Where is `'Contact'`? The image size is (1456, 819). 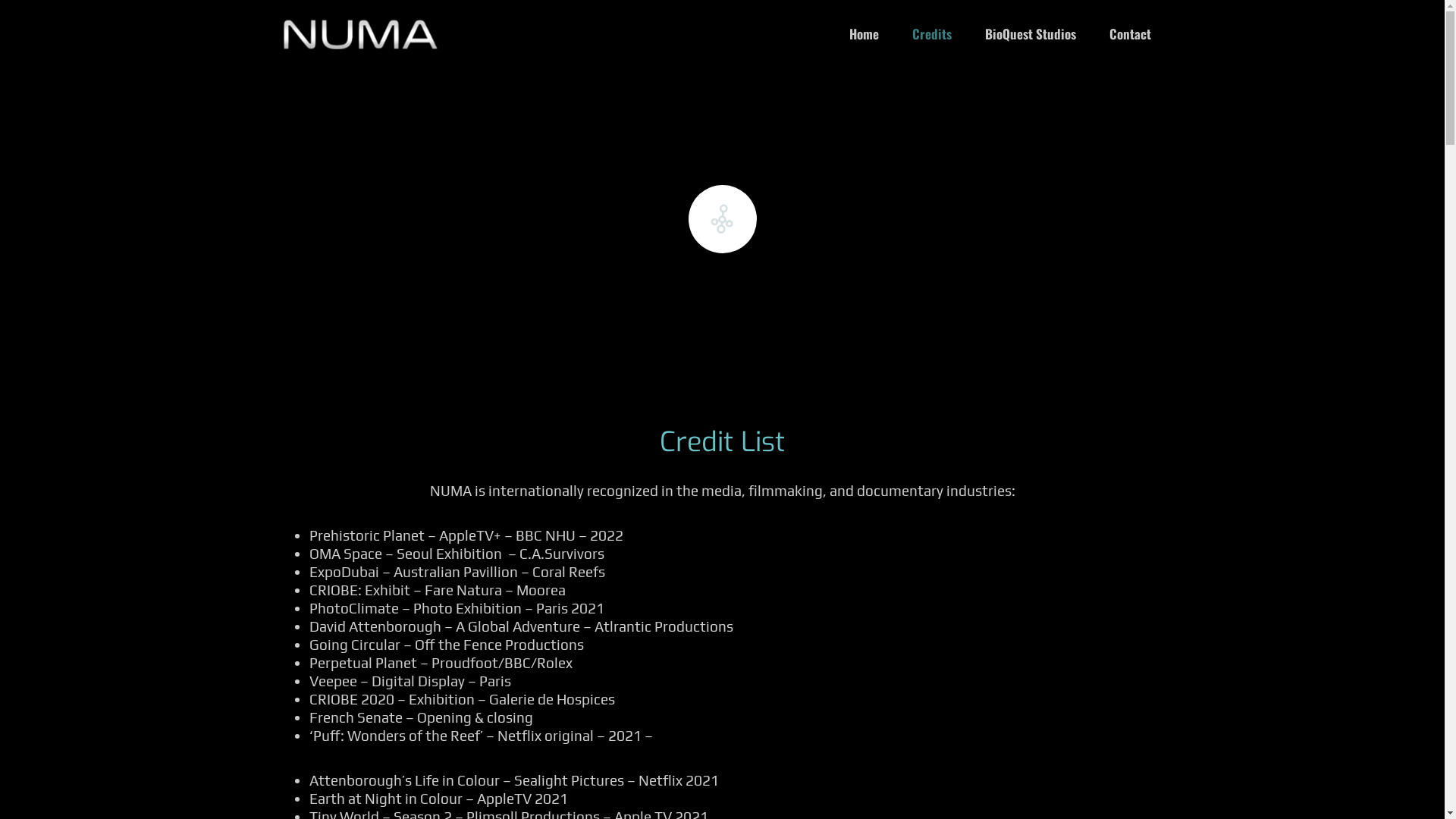 'Contact' is located at coordinates (1129, 33).